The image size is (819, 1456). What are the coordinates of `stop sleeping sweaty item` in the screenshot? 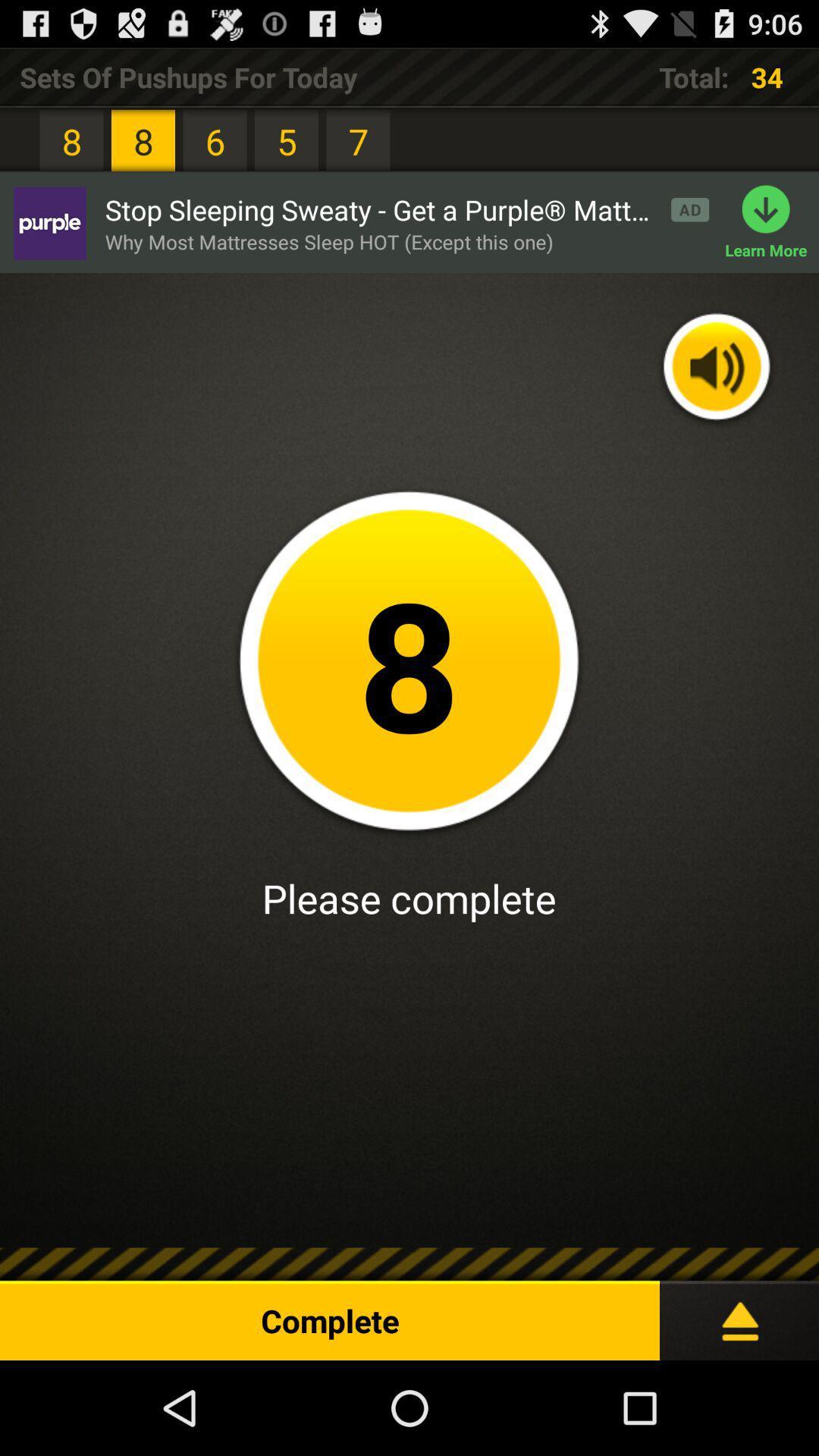 It's located at (406, 209).